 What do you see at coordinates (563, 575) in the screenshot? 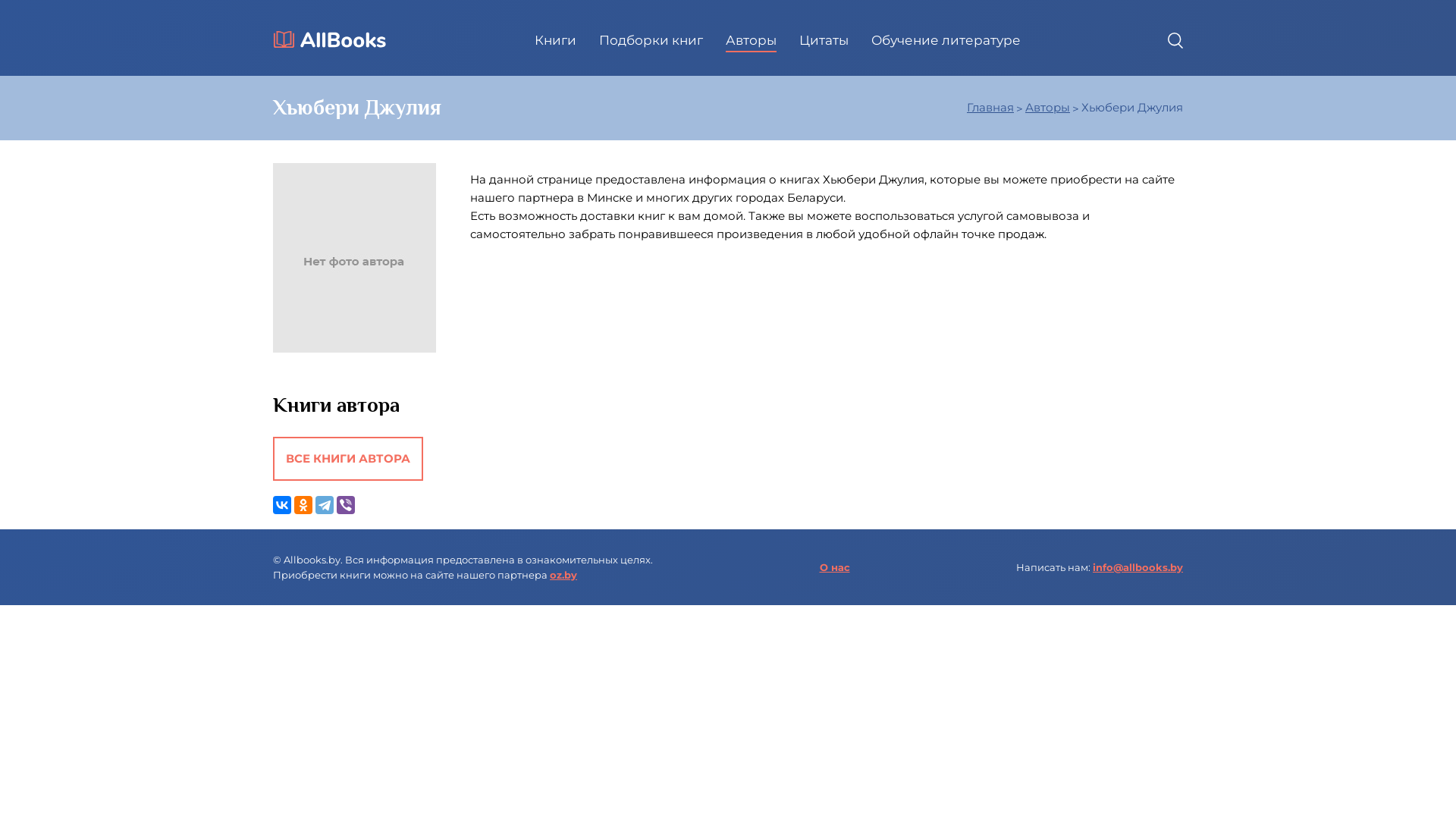
I see `'oz.by'` at bounding box center [563, 575].